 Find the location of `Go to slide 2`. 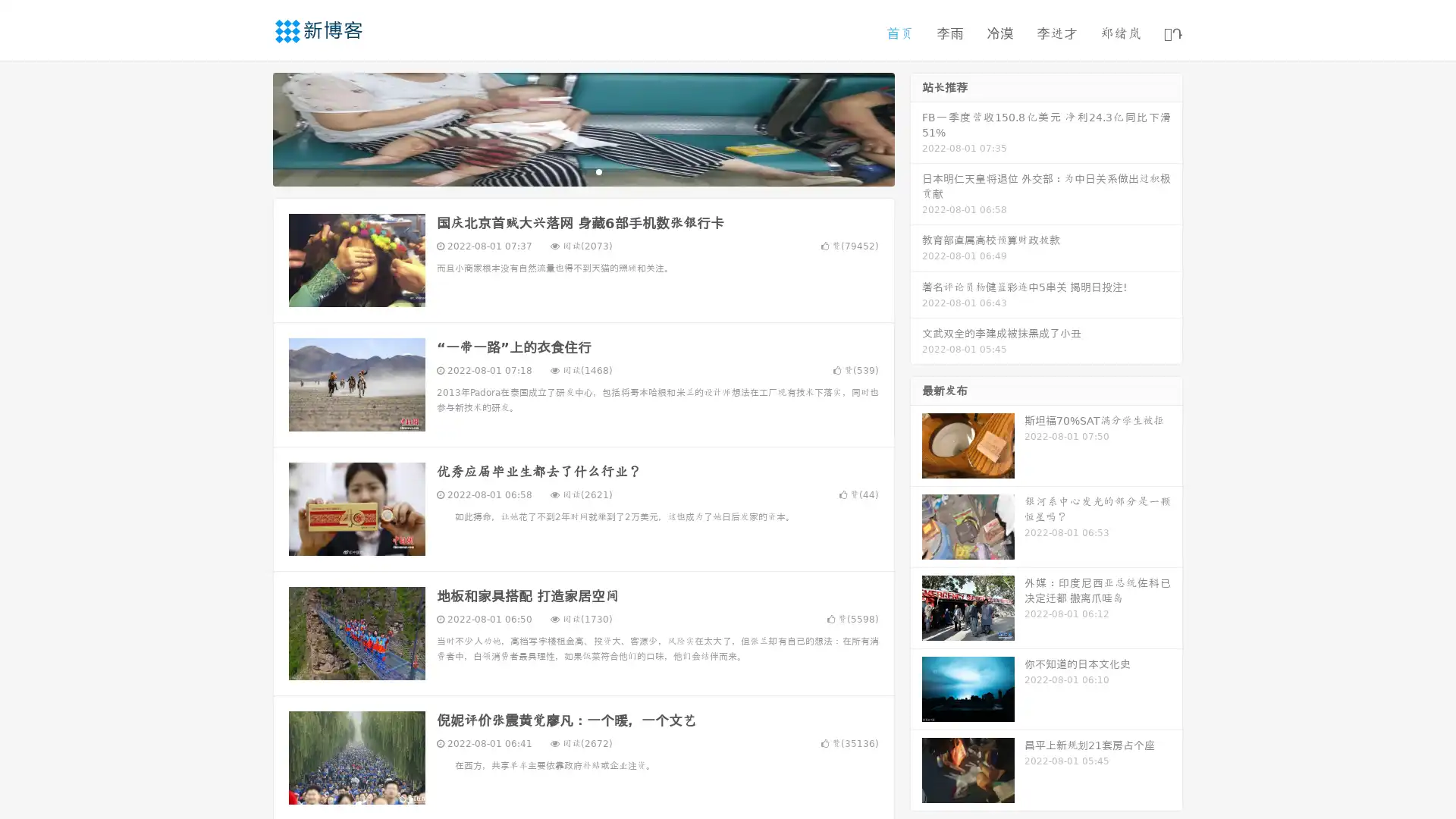

Go to slide 2 is located at coordinates (582, 171).